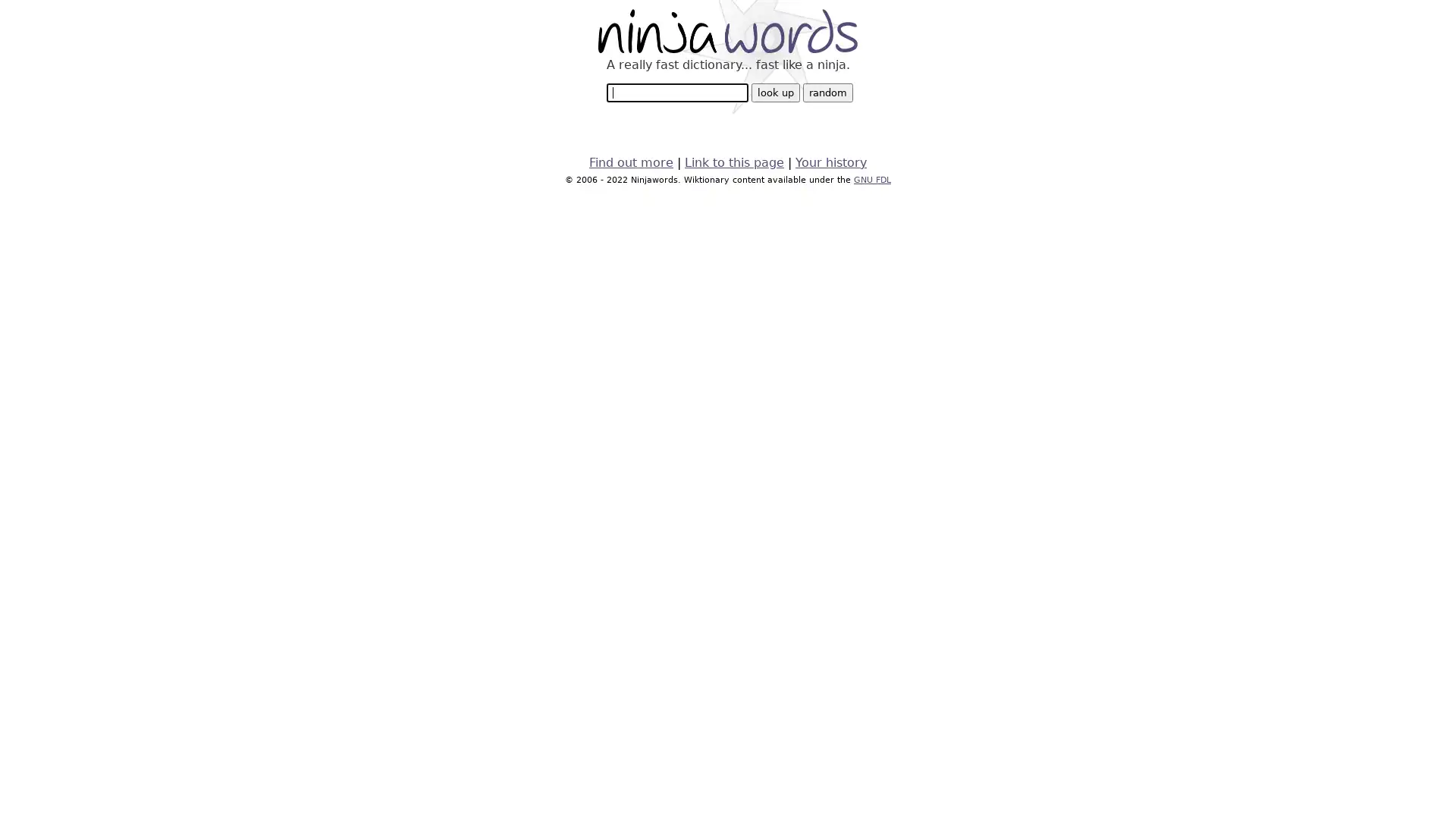 This screenshot has height=819, width=1456. Describe the element at coordinates (826, 93) in the screenshot. I see `random` at that location.